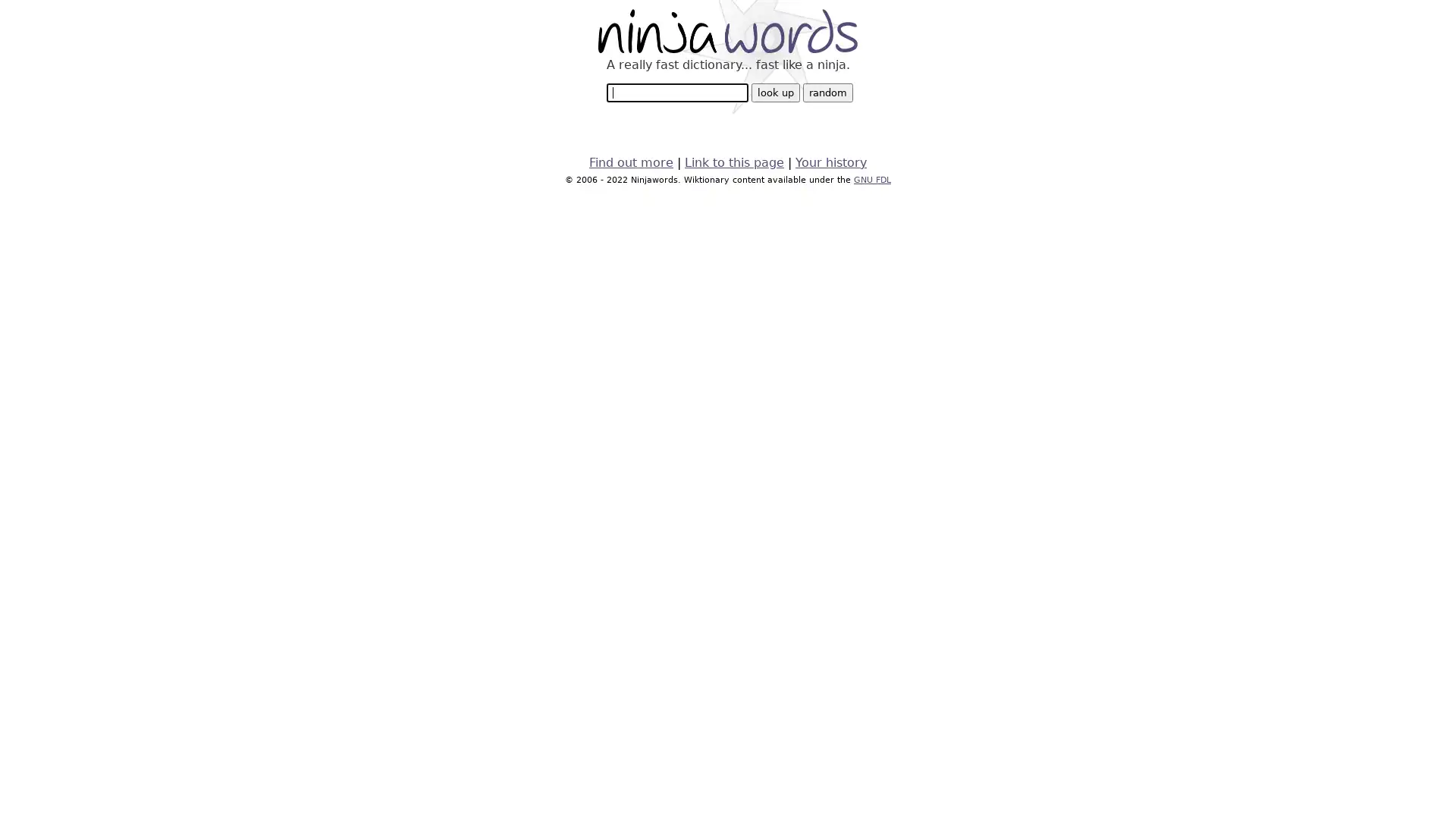 This screenshot has height=819, width=1456. Describe the element at coordinates (826, 93) in the screenshot. I see `random` at that location.